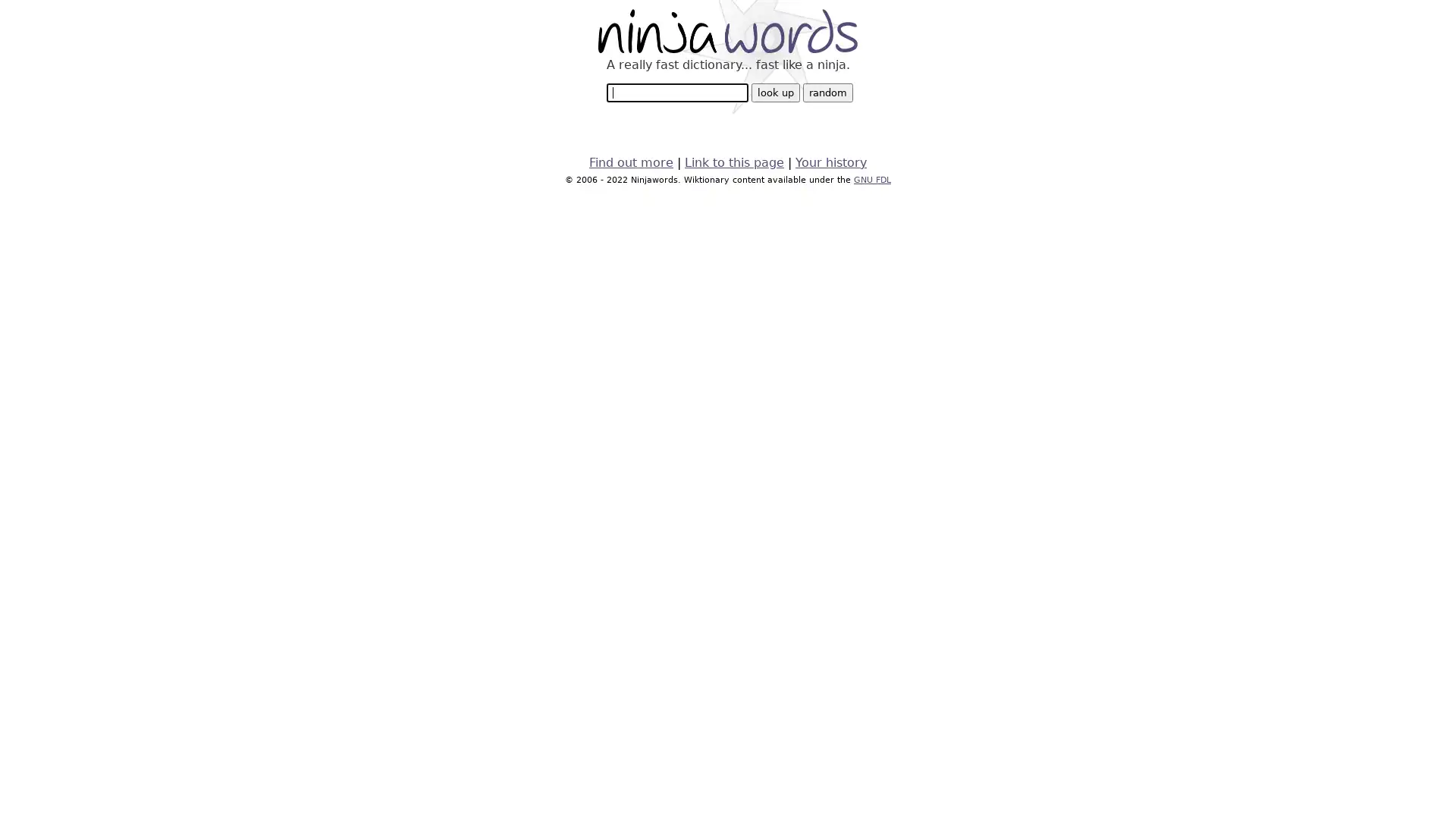 This screenshot has height=819, width=1456. Describe the element at coordinates (826, 93) in the screenshot. I see `random` at that location.